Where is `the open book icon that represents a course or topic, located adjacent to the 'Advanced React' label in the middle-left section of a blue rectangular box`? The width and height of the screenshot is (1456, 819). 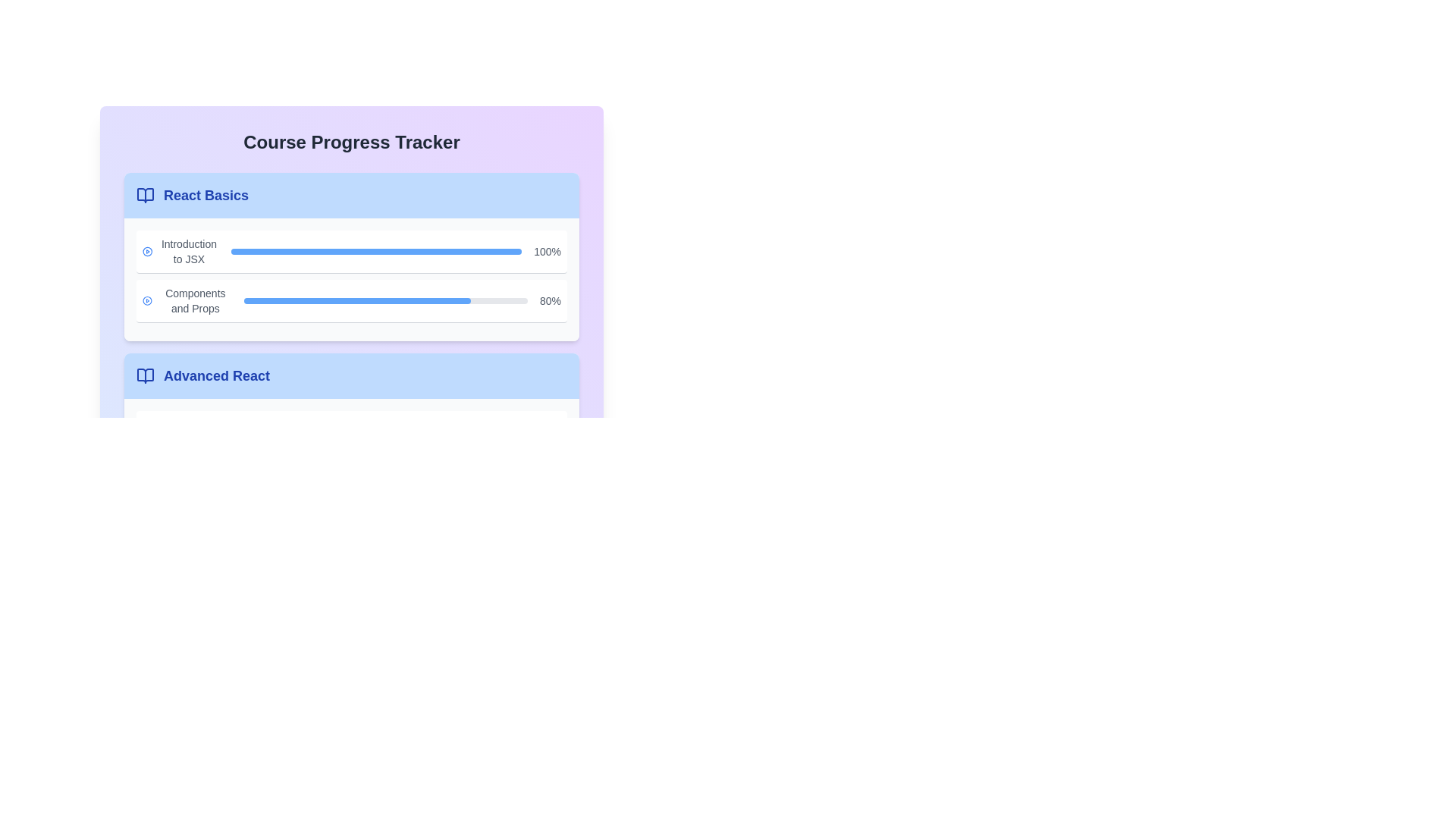
the open book icon that represents a course or topic, located adjacent to the 'Advanced React' label in the middle-left section of a blue rectangular box is located at coordinates (146, 375).